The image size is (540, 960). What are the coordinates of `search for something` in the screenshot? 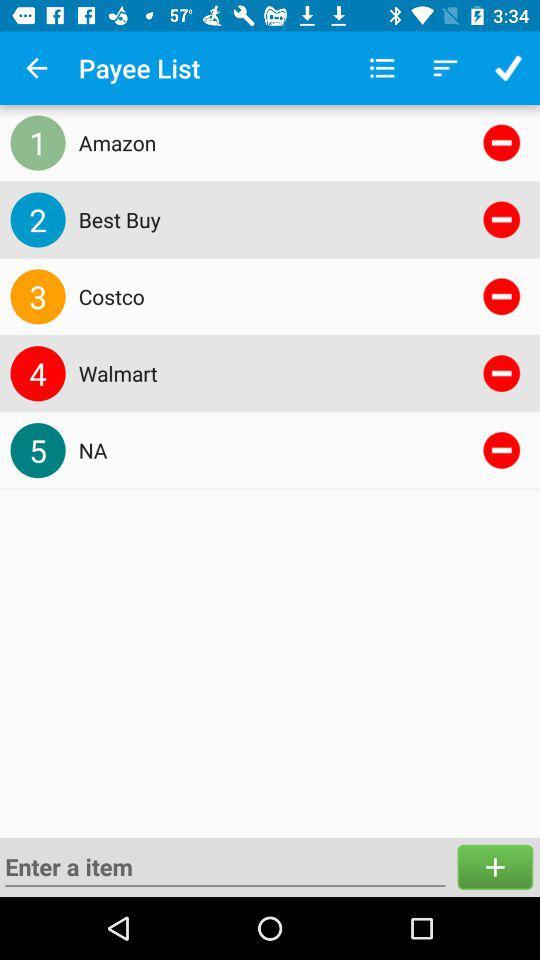 It's located at (224, 866).